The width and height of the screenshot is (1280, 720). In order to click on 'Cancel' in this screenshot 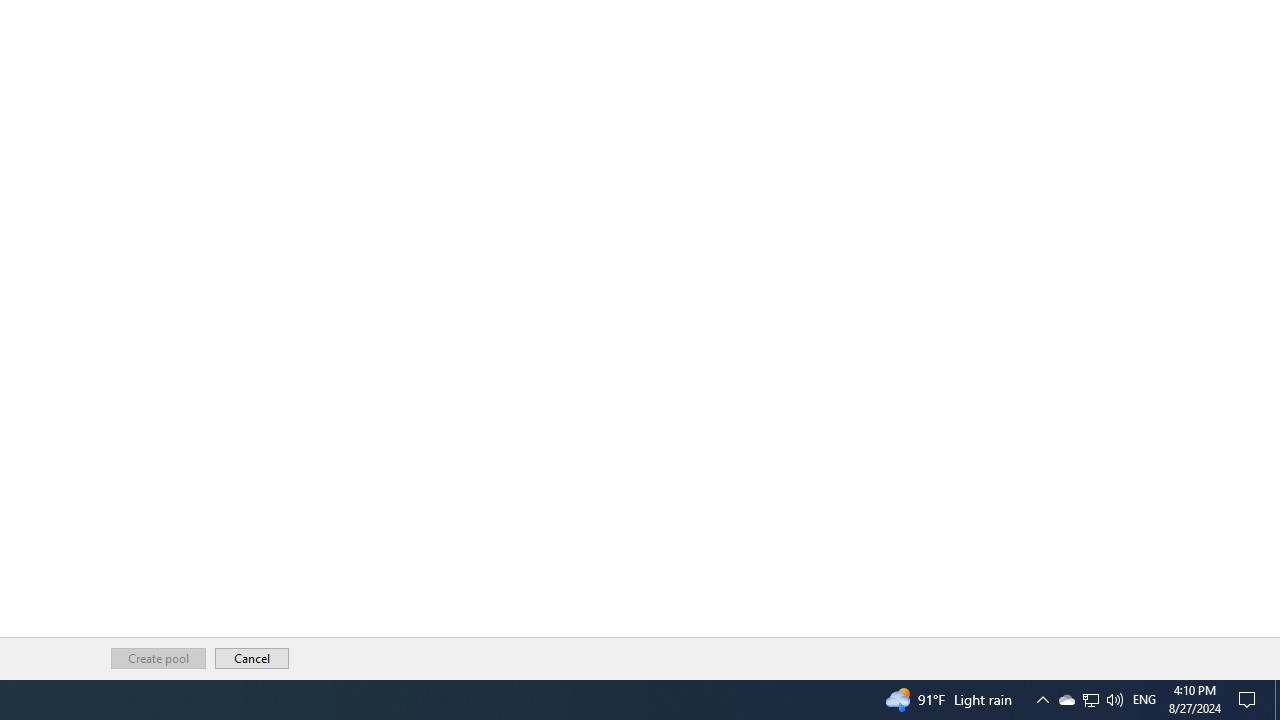, I will do `click(251, 658)`.